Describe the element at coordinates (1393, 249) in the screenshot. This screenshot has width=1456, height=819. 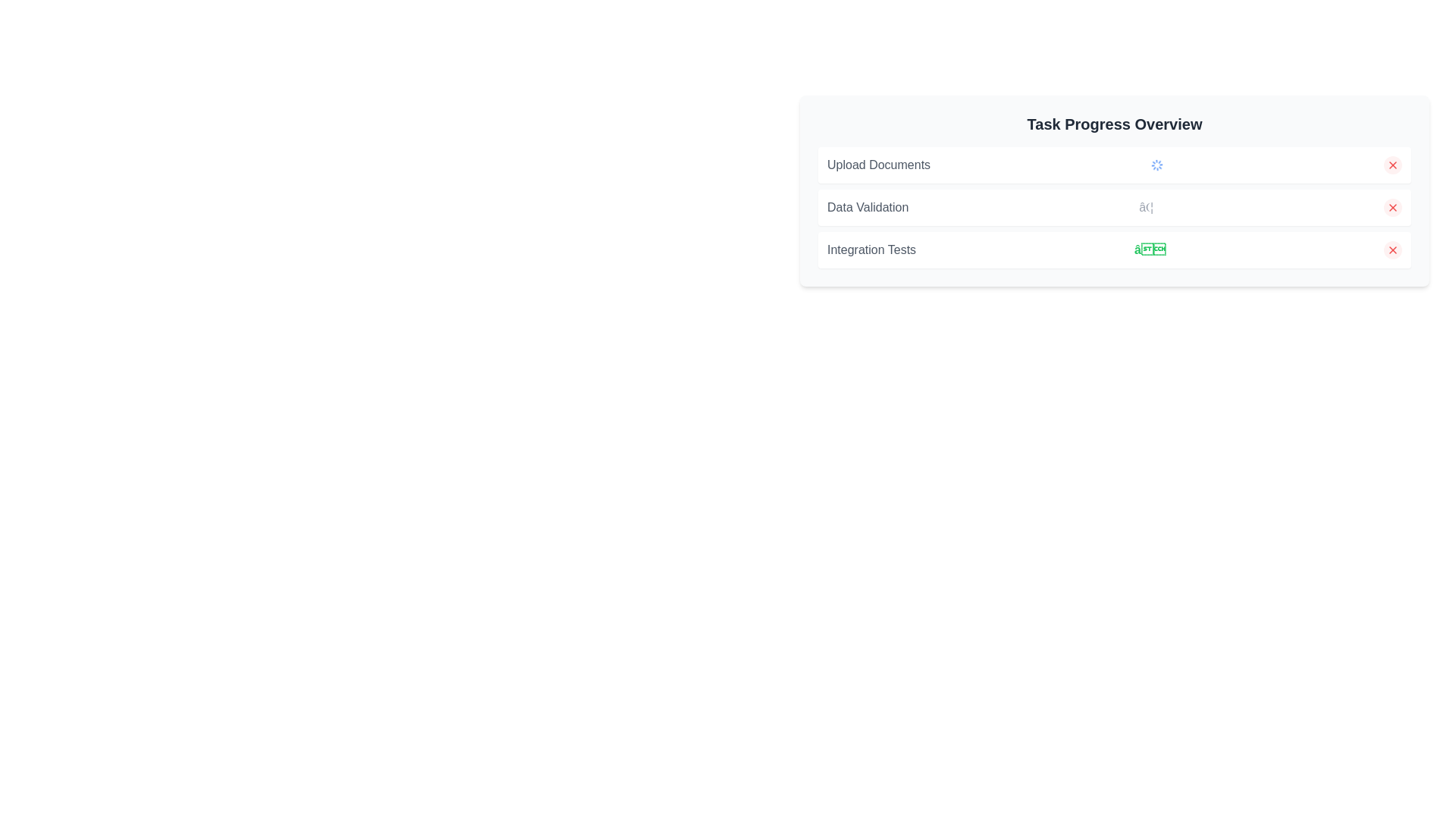
I see `the close/error indicator icon located at the top-right corner of the 'Task Progress Overview' panel, at the end of the 'Integration Tests' row` at that location.